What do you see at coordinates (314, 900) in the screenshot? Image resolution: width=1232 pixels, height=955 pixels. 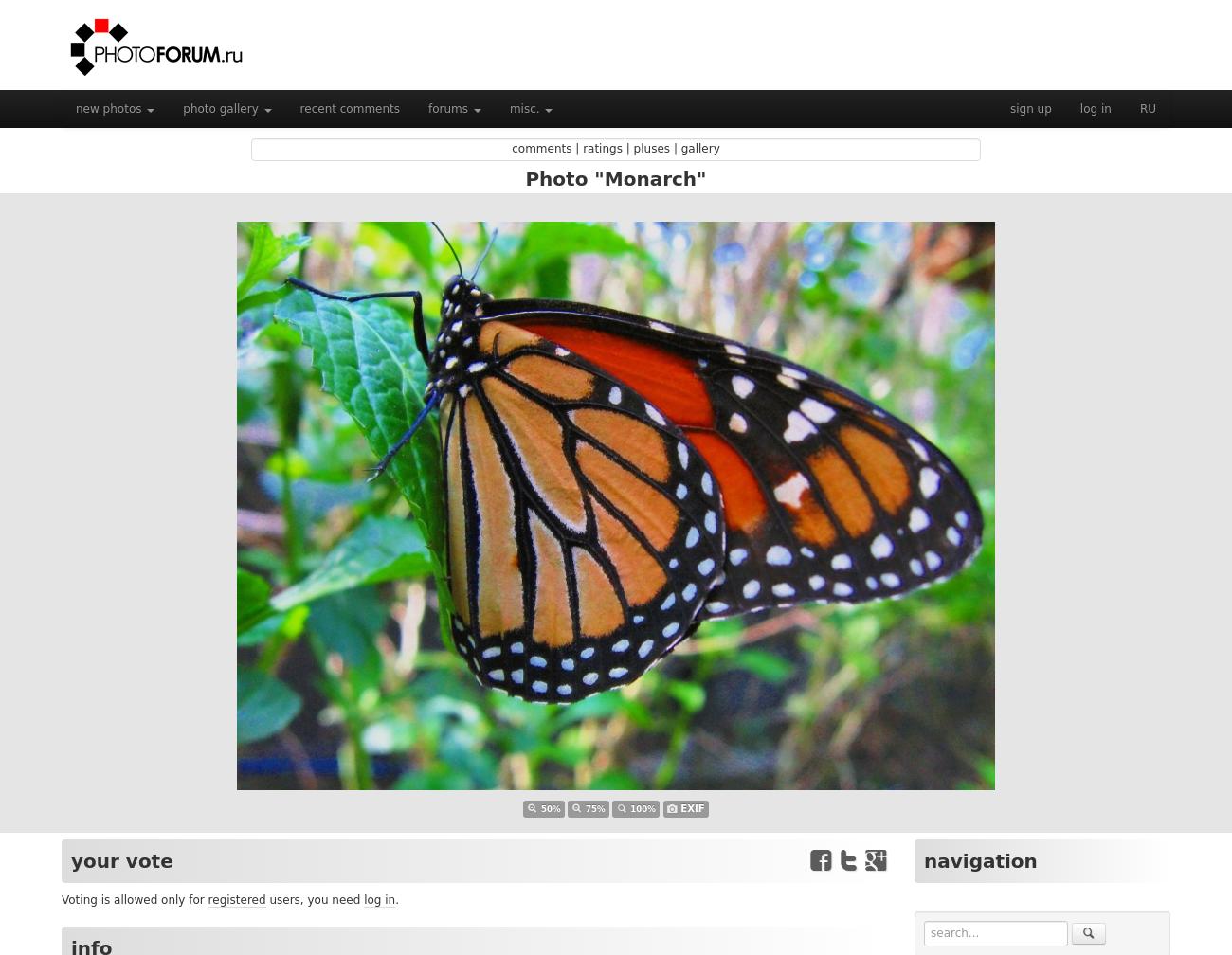 I see `'users, you need'` at bounding box center [314, 900].